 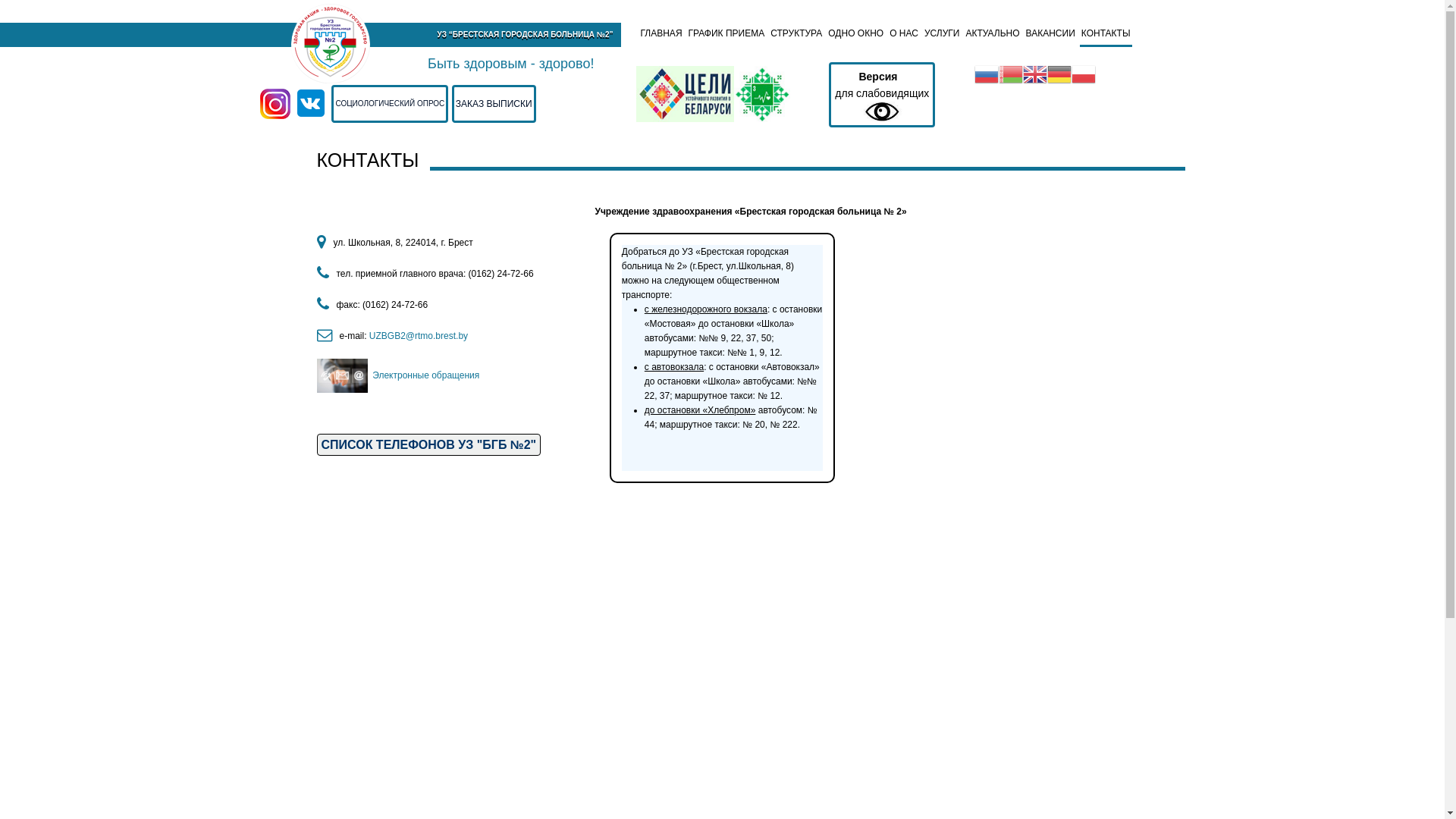 I want to click on 'German', so click(x=1046, y=73).